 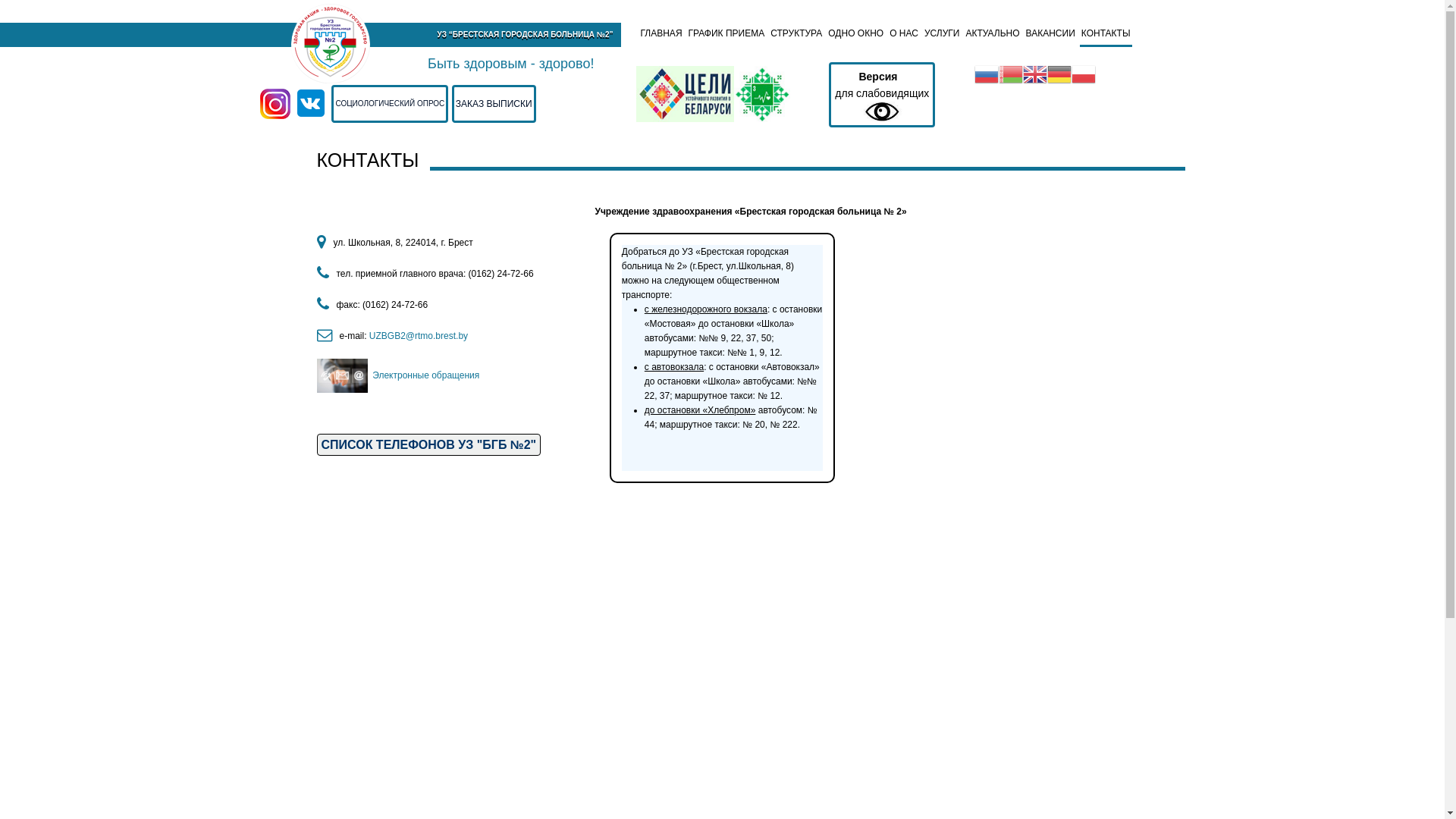 I want to click on 'German', so click(x=1046, y=73).